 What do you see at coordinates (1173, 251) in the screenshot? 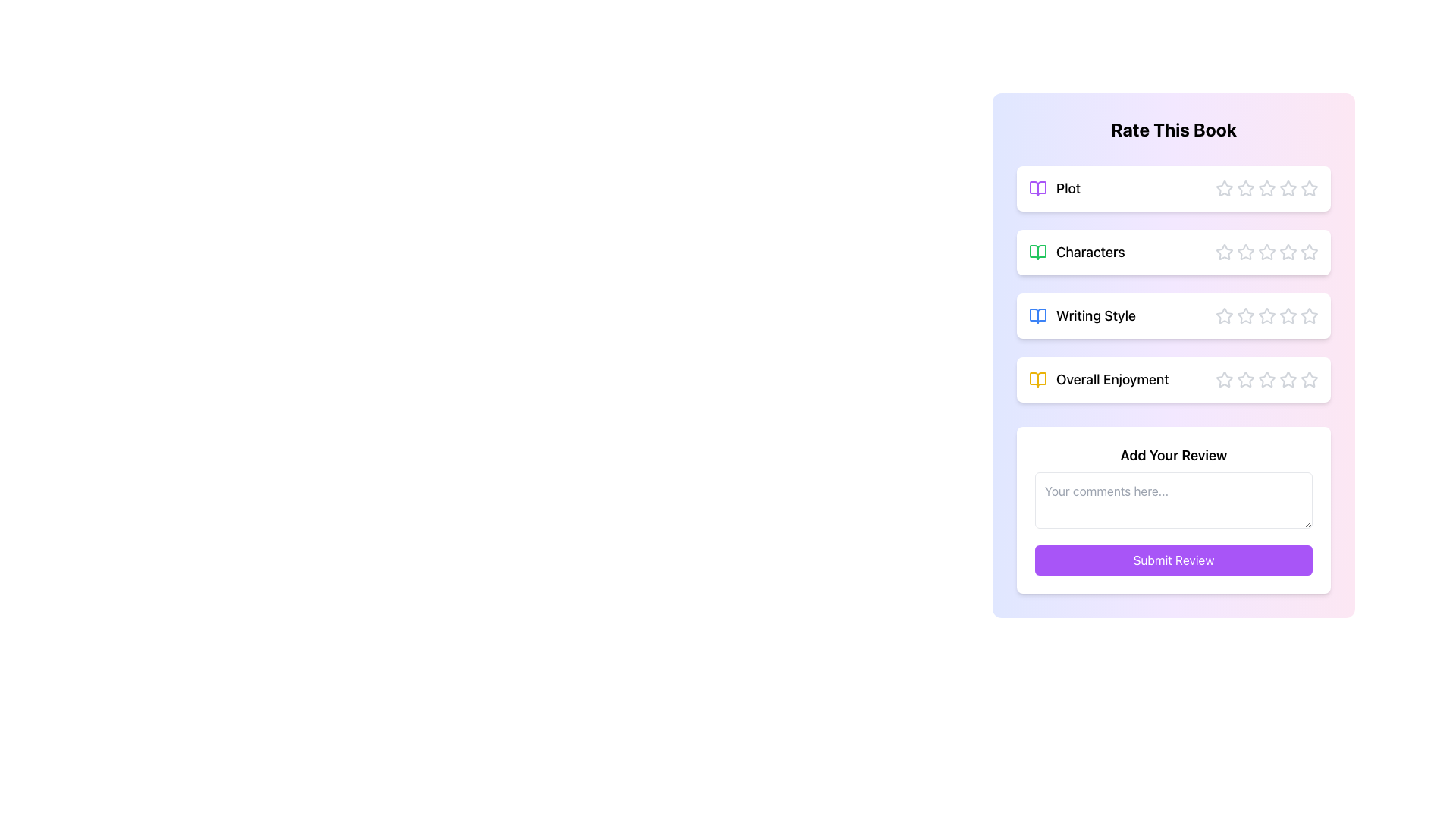
I see `the star in the second rating component for 'Characters' to change the rating` at bounding box center [1173, 251].